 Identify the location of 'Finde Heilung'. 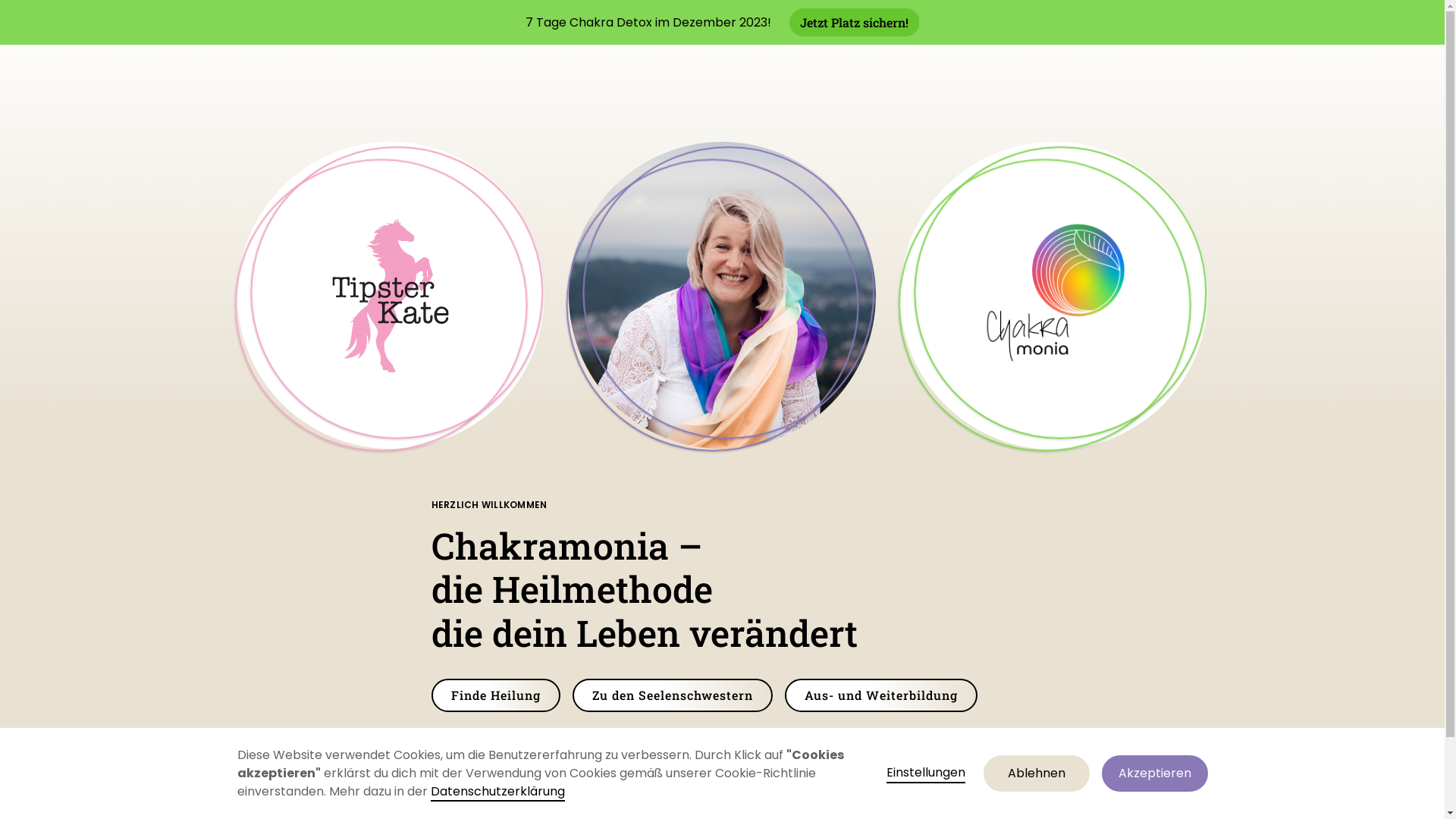
(494, 695).